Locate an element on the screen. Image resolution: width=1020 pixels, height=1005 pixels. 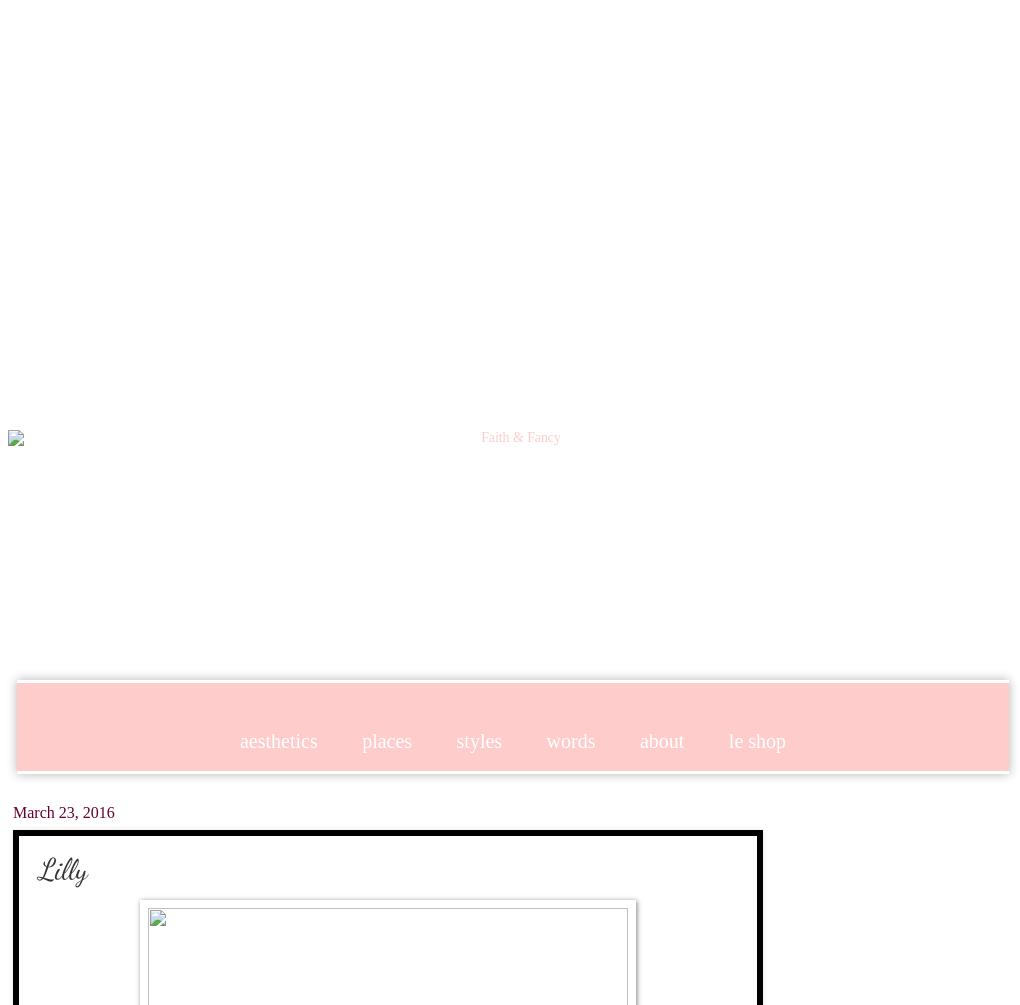
'le shop' is located at coordinates (757, 739).